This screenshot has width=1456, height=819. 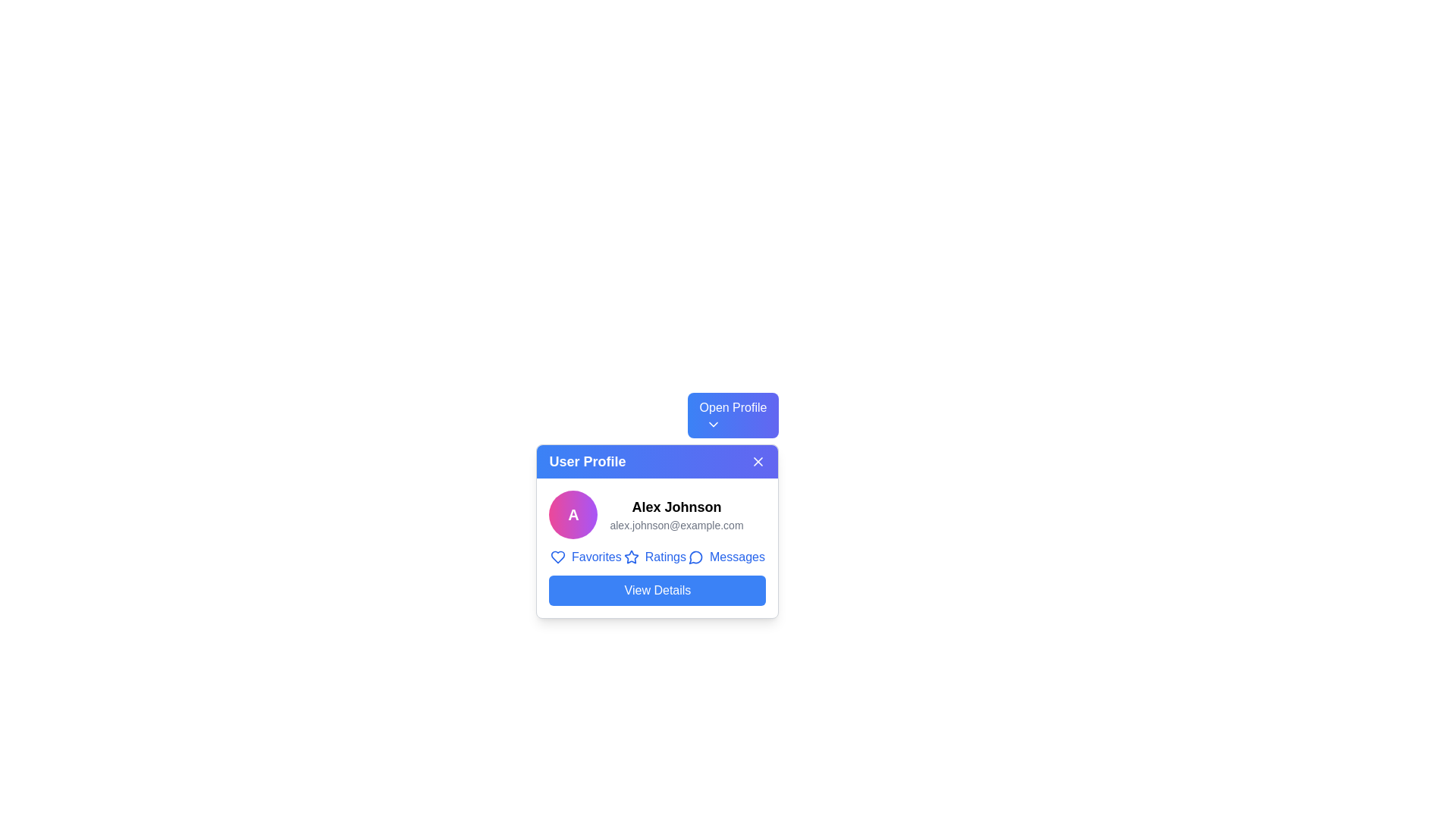 What do you see at coordinates (726, 557) in the screenshot?
I see `the 'Messages' link, which is styled in bold blue text with a speech bubble icon, located below the user profile card and following the 'Ratings' link` at bounding box center [726, 557].